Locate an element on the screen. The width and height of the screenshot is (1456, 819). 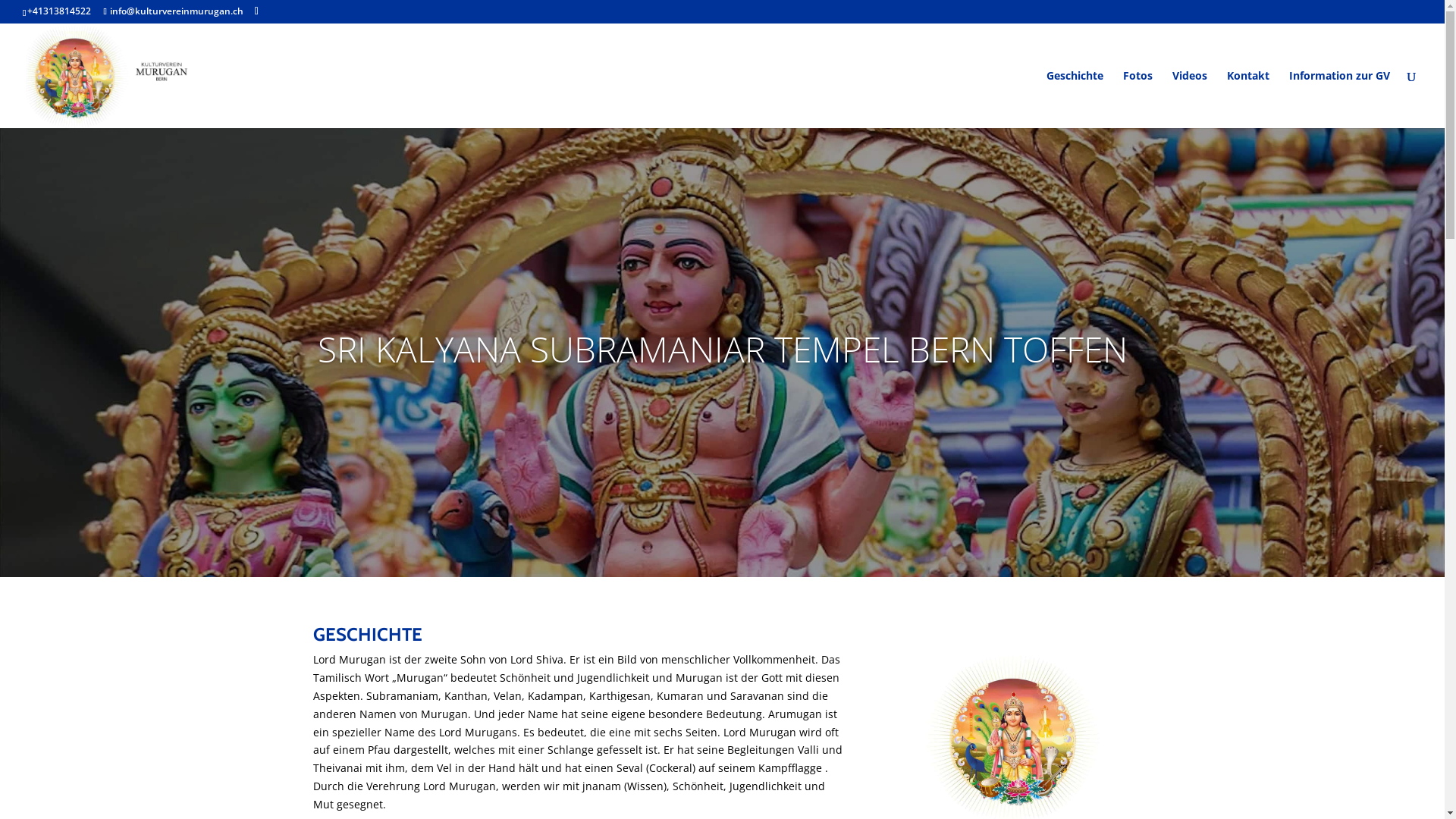
'info@kulturvereinmurugan.ch' is located at coordinates (172, 11).